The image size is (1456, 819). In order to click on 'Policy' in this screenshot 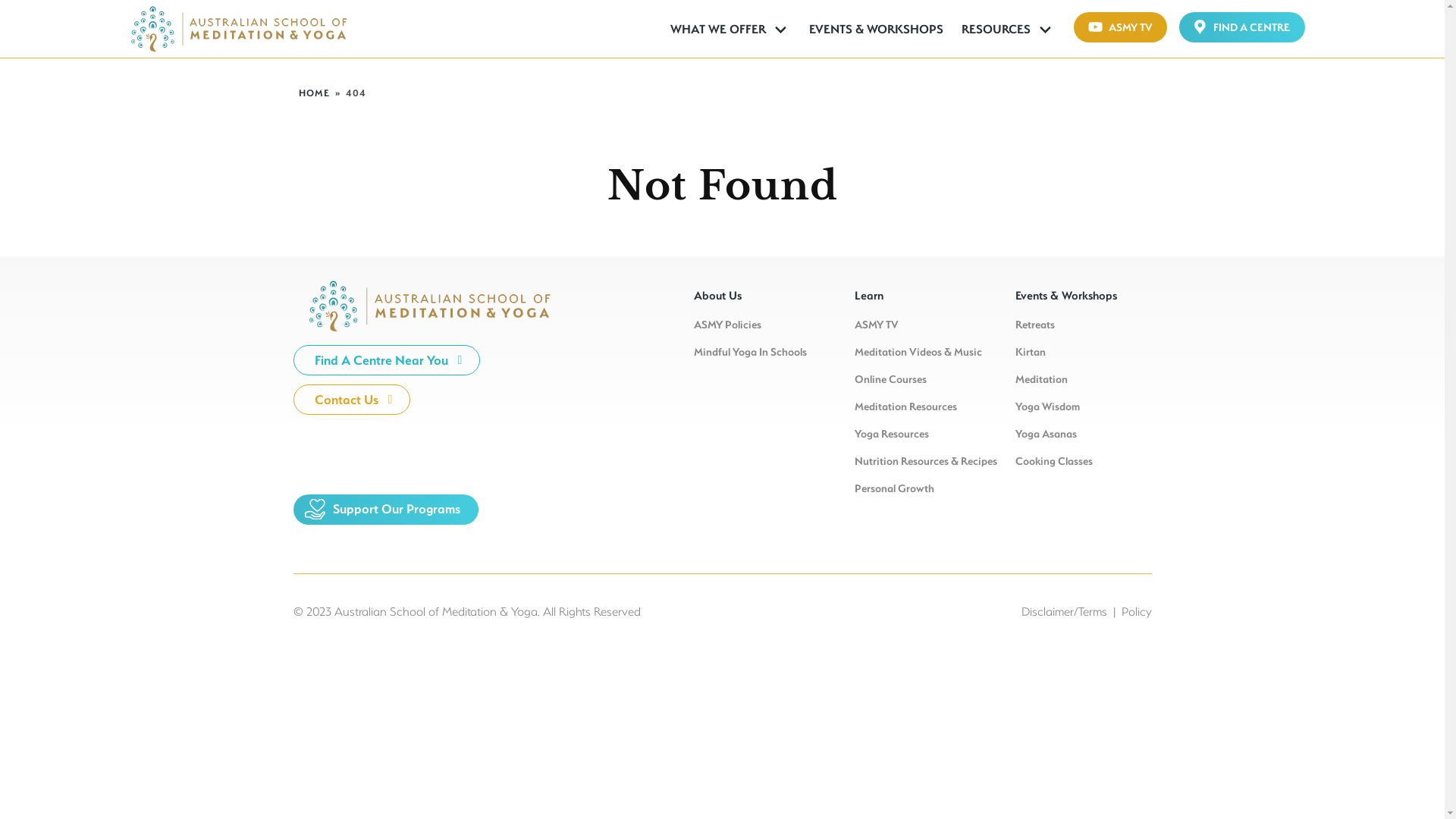, I will do `click(1135, 610)`.